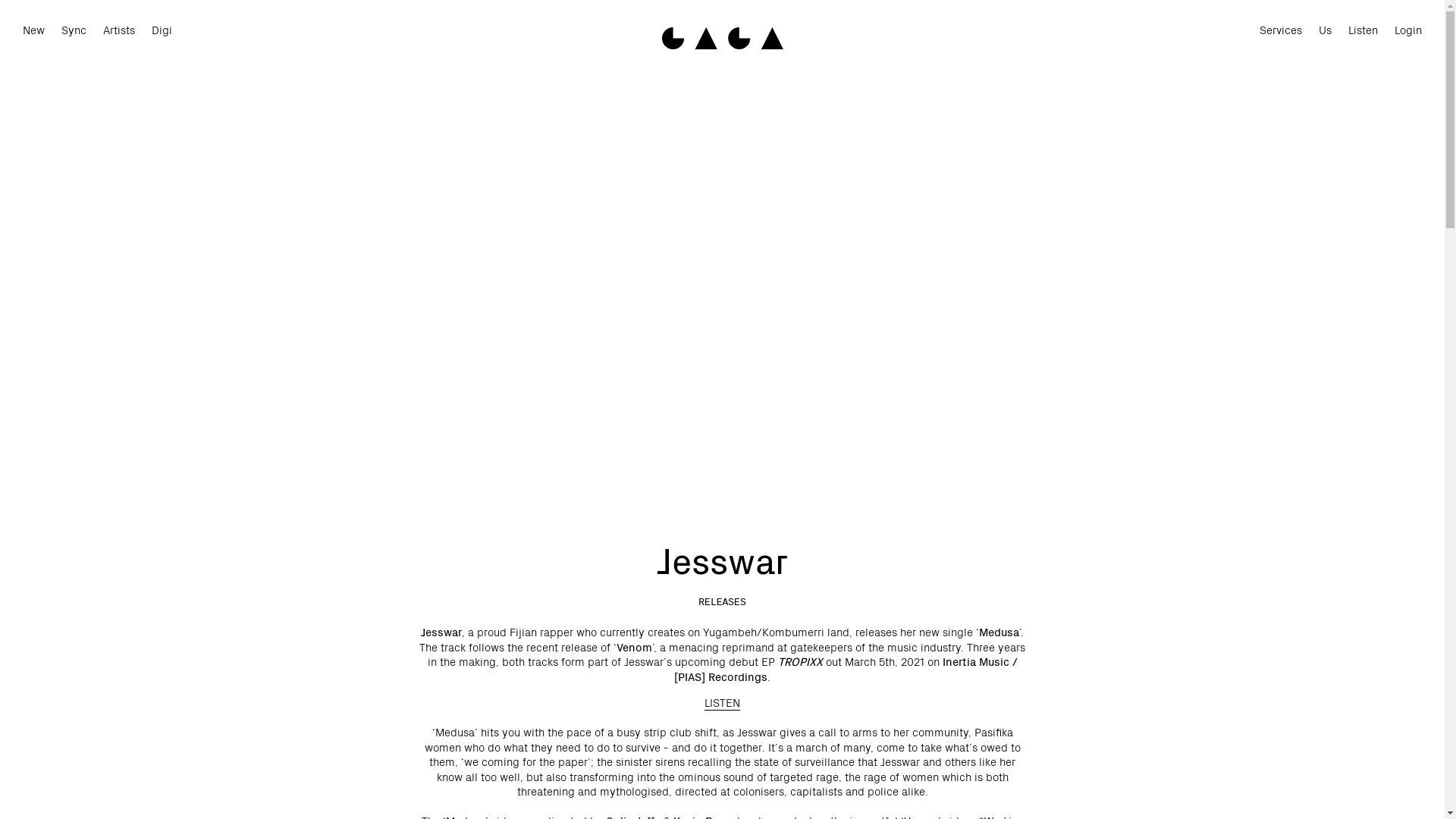 The image size is (1456, 819). Describe the element at coordinates (73, 30) in the screenshot. I see `'Sync'` at that location.